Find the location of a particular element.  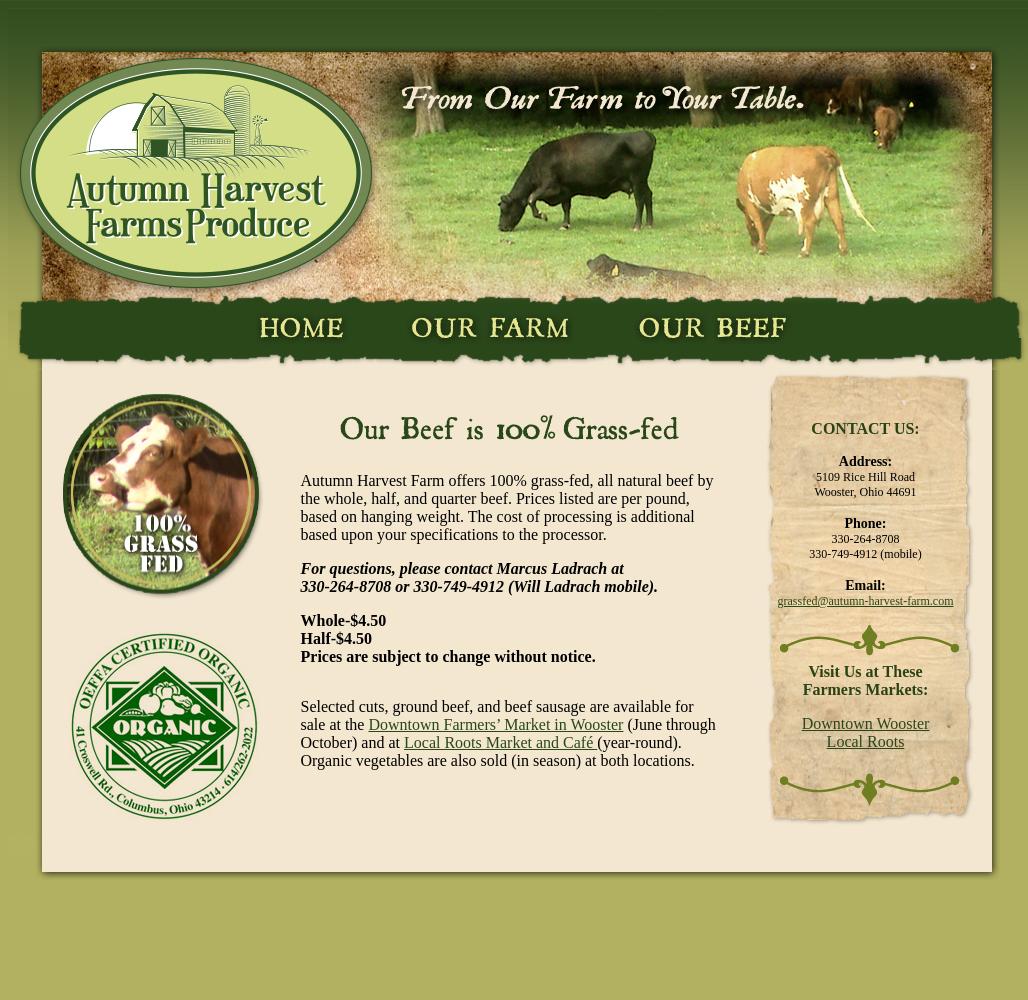

'Local Roots' is located at coordinates (863, 740).